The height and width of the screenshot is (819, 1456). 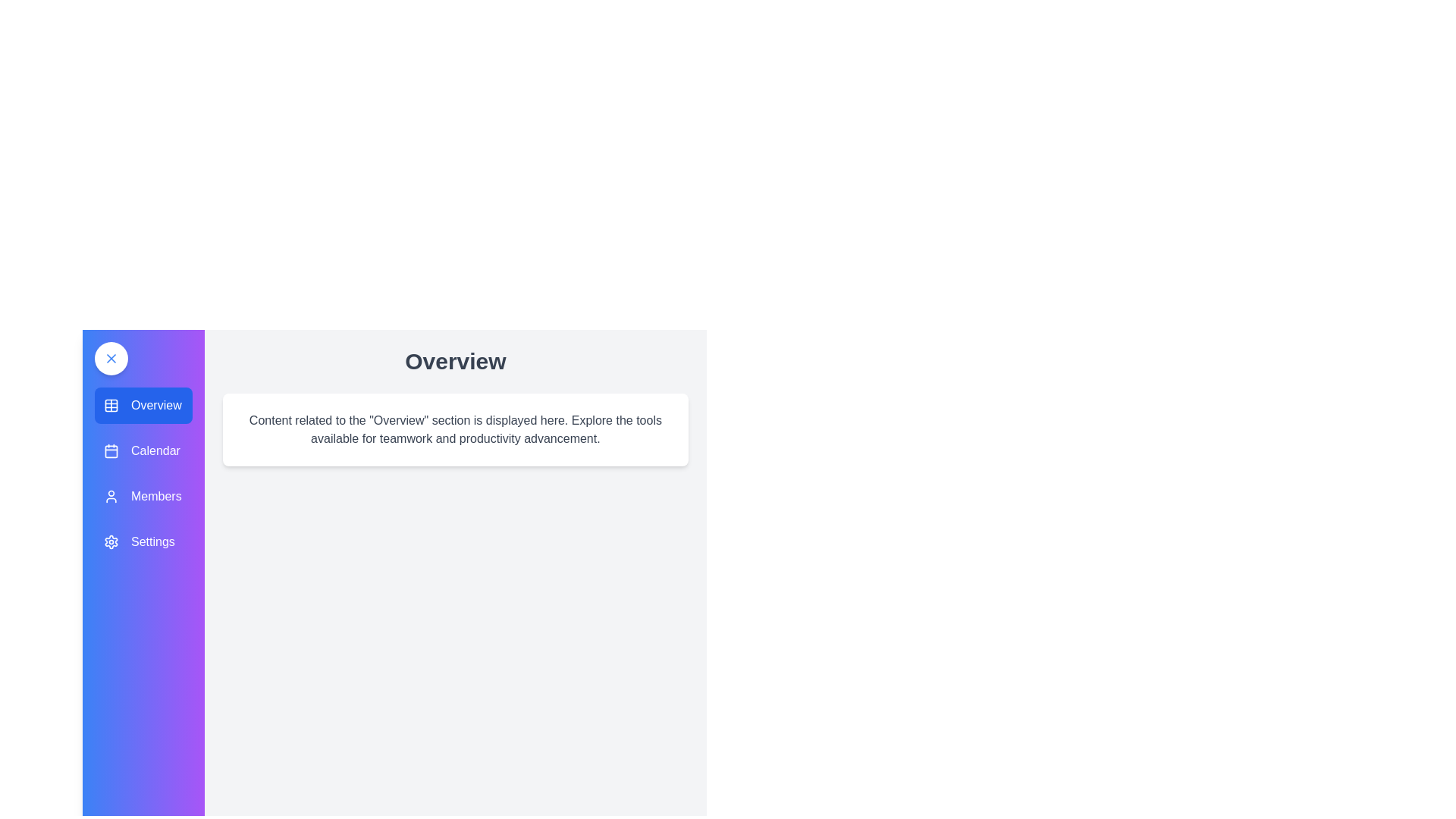 I want to click on the panel header labeled 'Overview' to inspect it, so click(x=454, y=362).